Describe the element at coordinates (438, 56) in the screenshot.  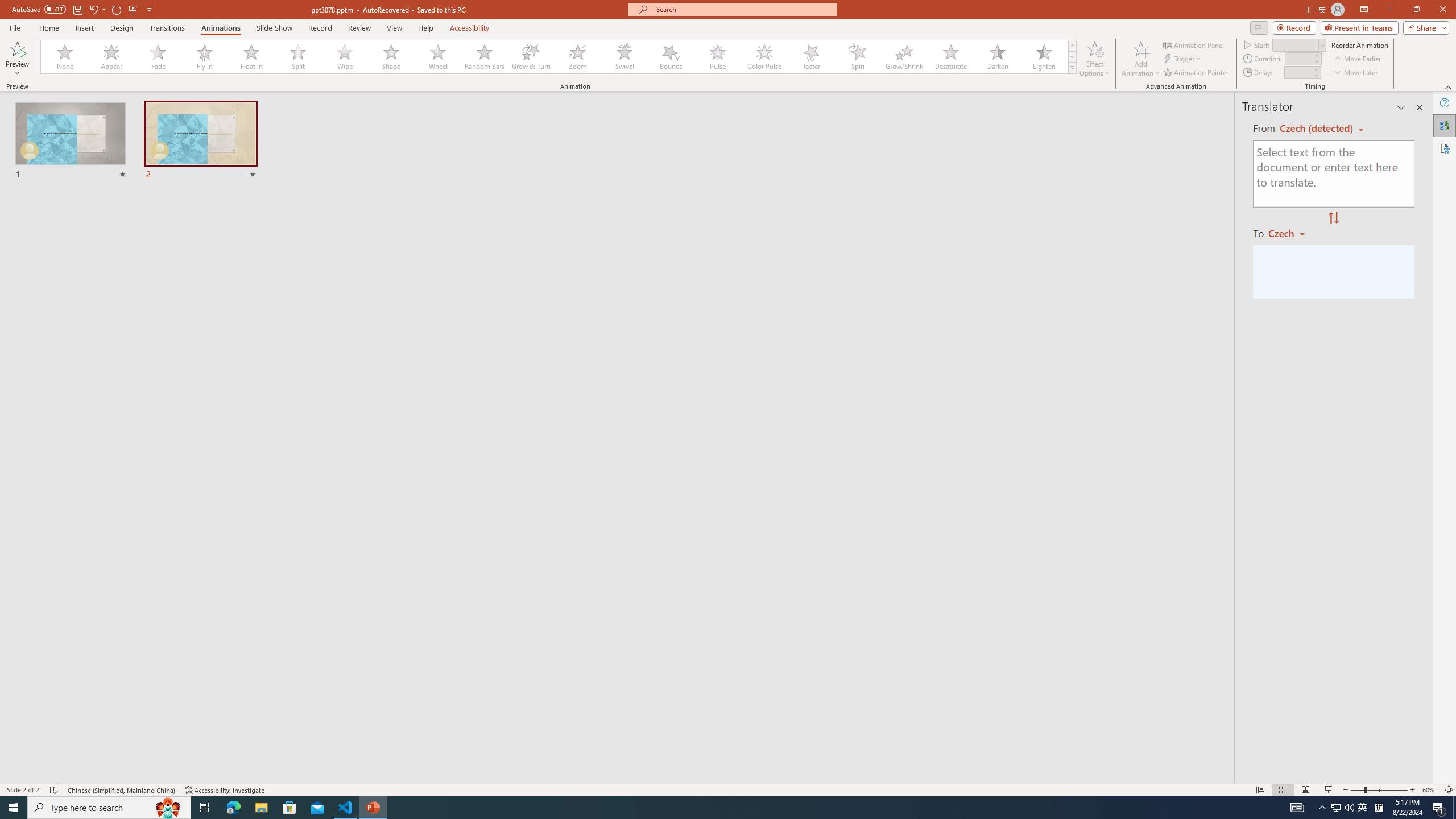
I see `'Wheel'` at that location.